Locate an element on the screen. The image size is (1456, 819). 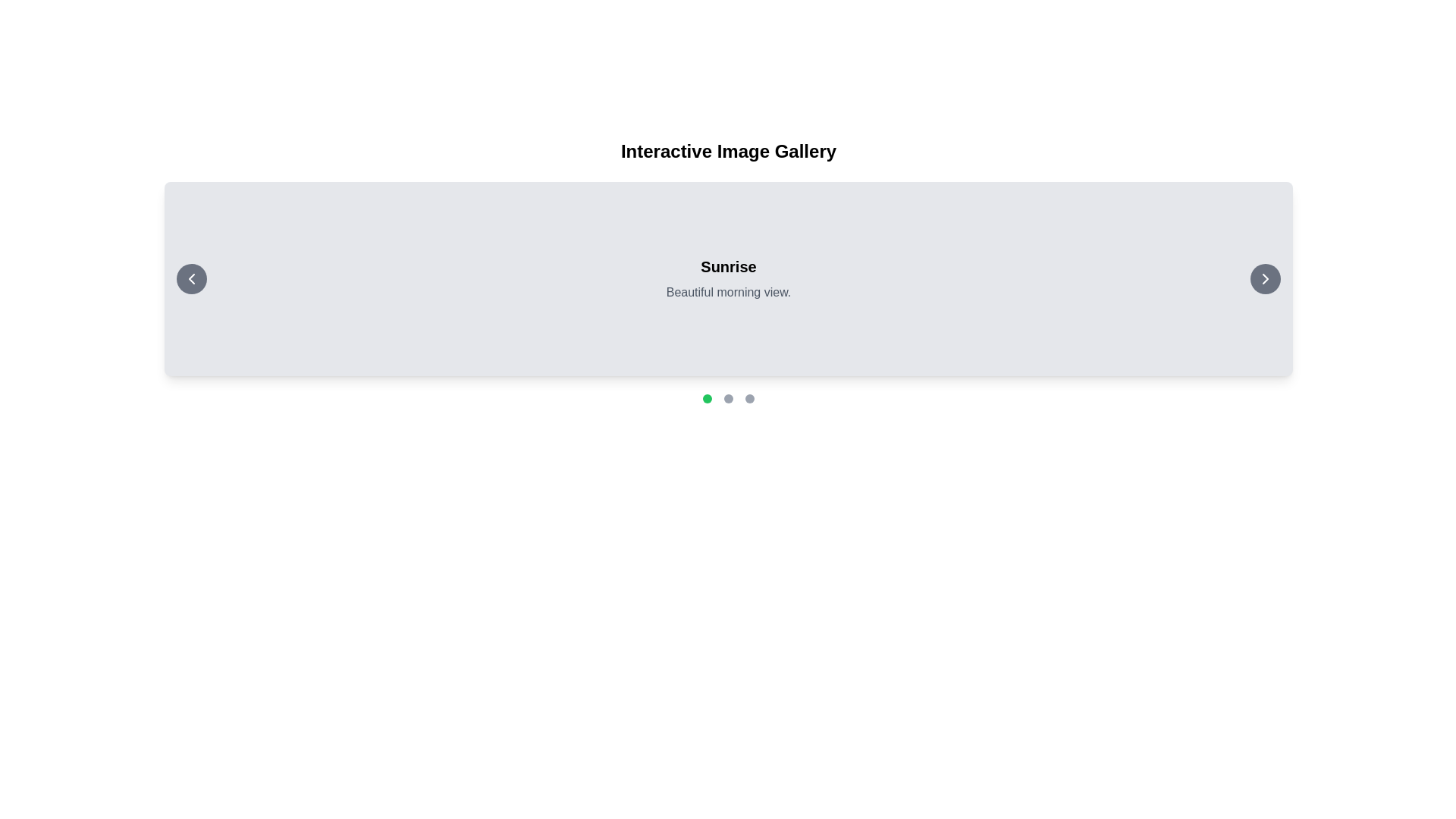
the middle gray circular indicator of the pagination row is located at coordinates (728, 397).